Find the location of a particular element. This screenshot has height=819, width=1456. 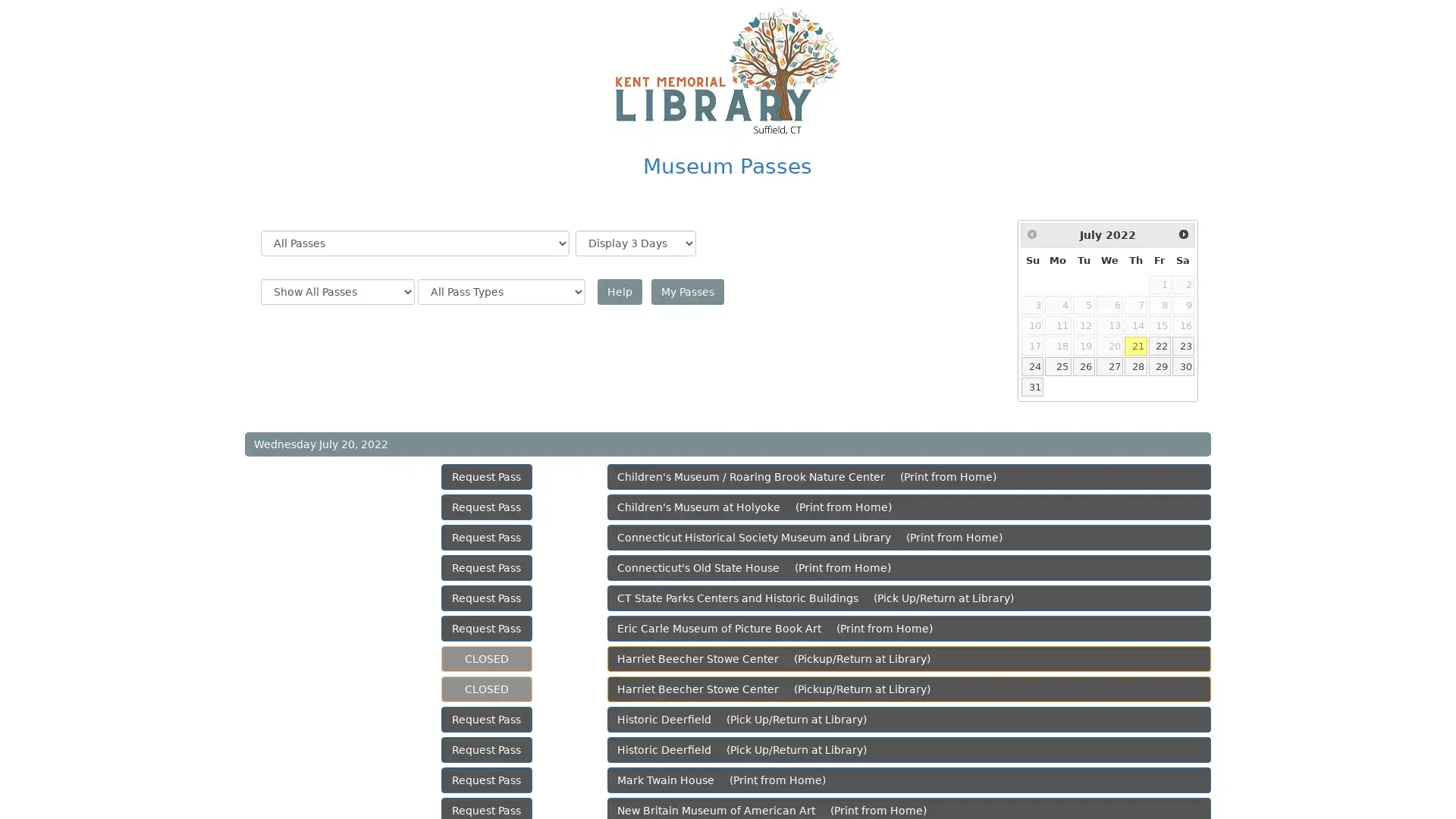

Mark Twain House     (Print from Home) is located at coordinates (908, 780).